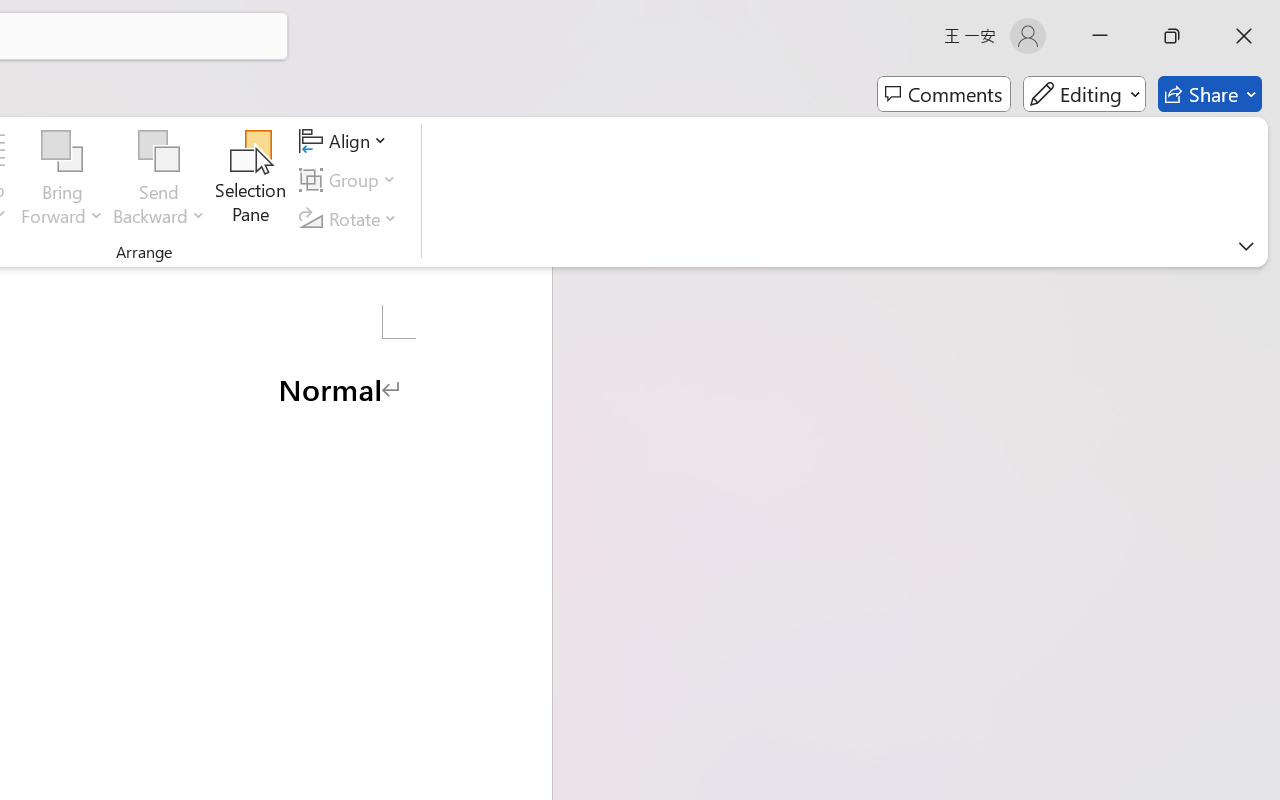 The height and width of the screenshot is (800, 1280). What do you see at coordinates (250, 179) in the screenshot?
I see `'Selection Pane...'` at bounding box center [250, 179].